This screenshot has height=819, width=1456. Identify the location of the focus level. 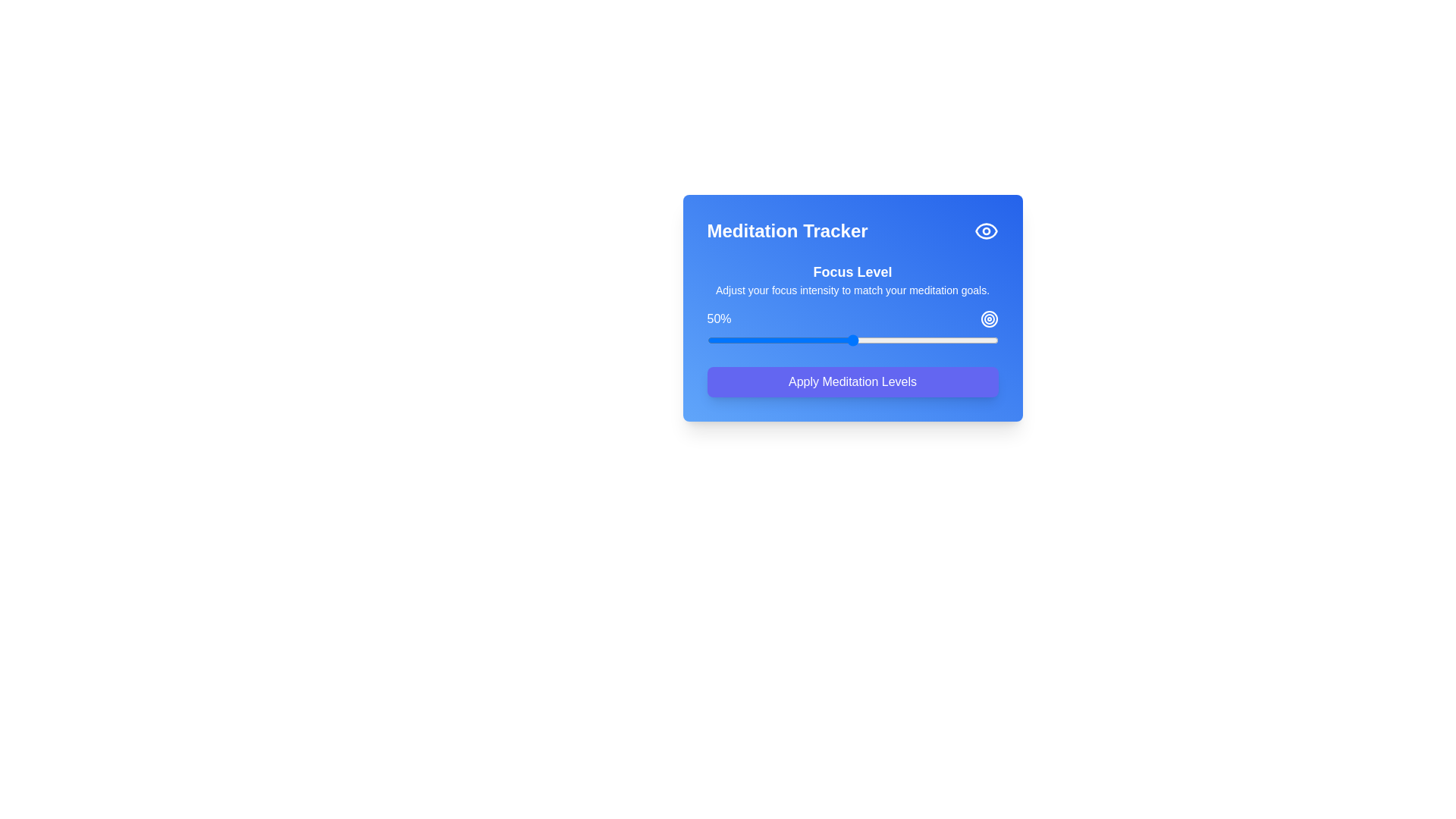
(765, 339).